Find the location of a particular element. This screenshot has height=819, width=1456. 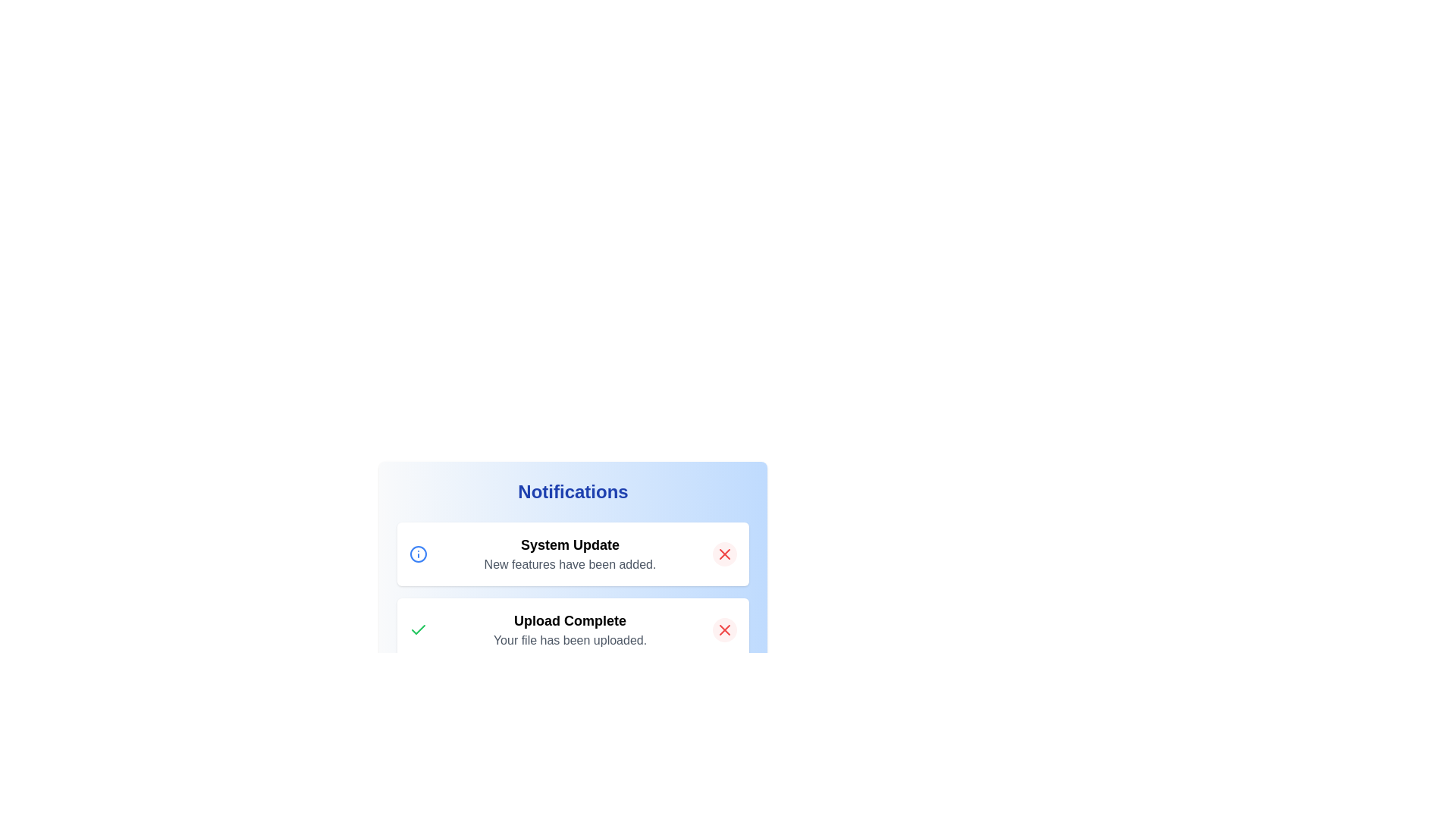

the static text label displaying 'System Update', which is bold and larger than surrounding text, located in the upper section of the notifications interface is located at coordinates (570, 544).